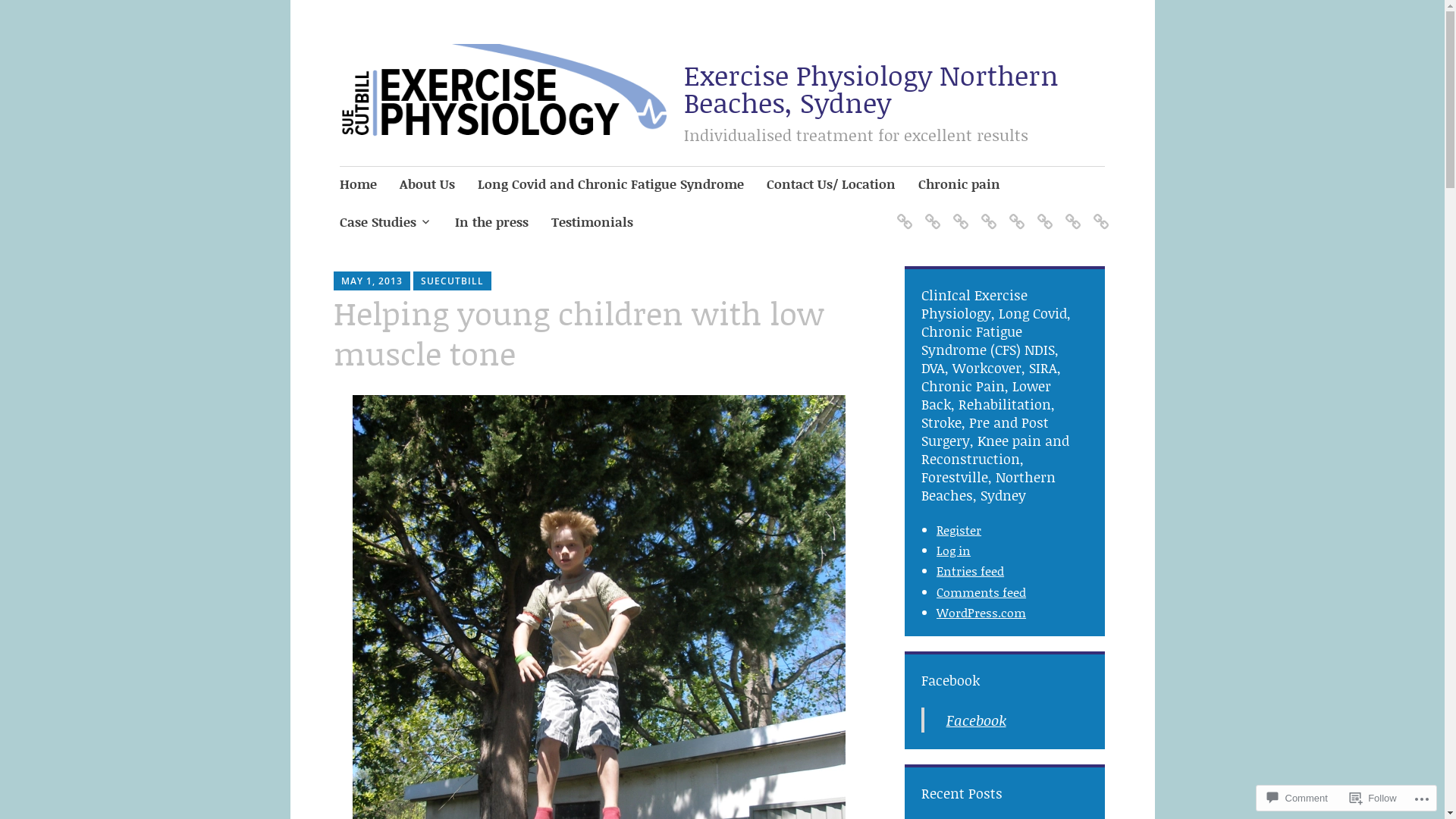  I want to click on 'Long Covid and Chronic Fatigue Syndrome', so click(610, 184).